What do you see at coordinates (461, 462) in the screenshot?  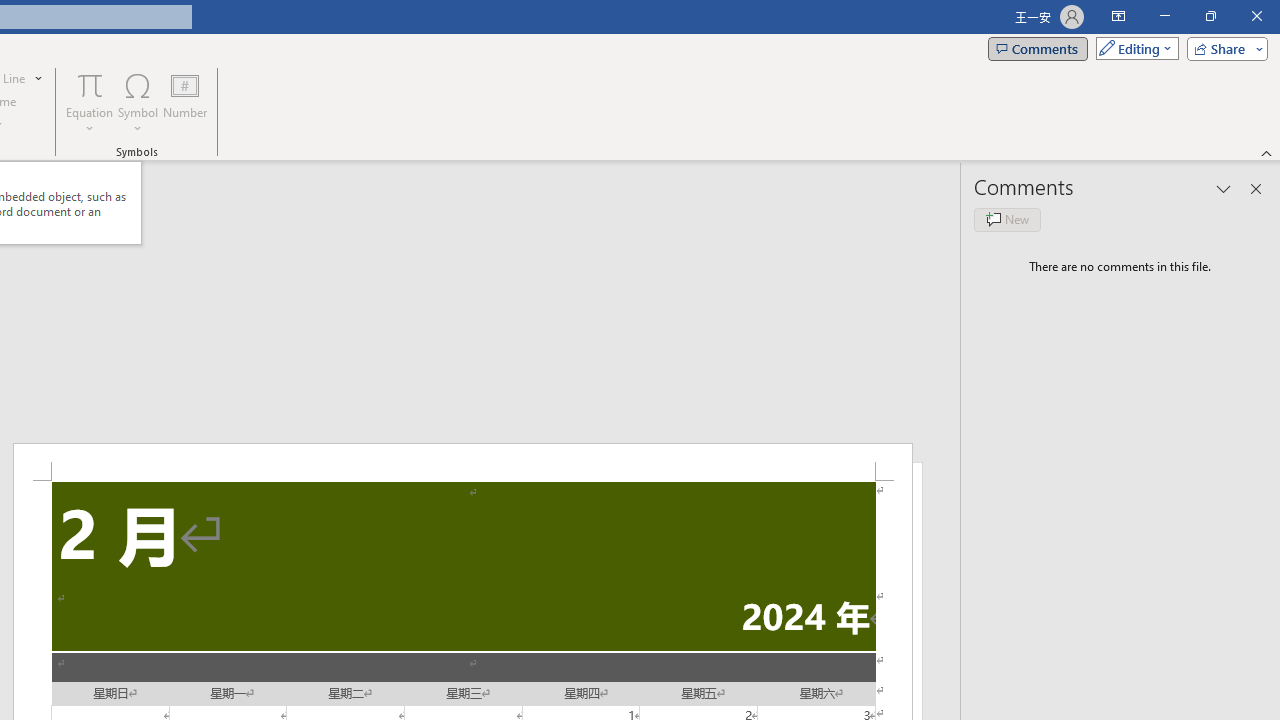 I see `'Header -Section 2-'` at bounding box center [461, 462].